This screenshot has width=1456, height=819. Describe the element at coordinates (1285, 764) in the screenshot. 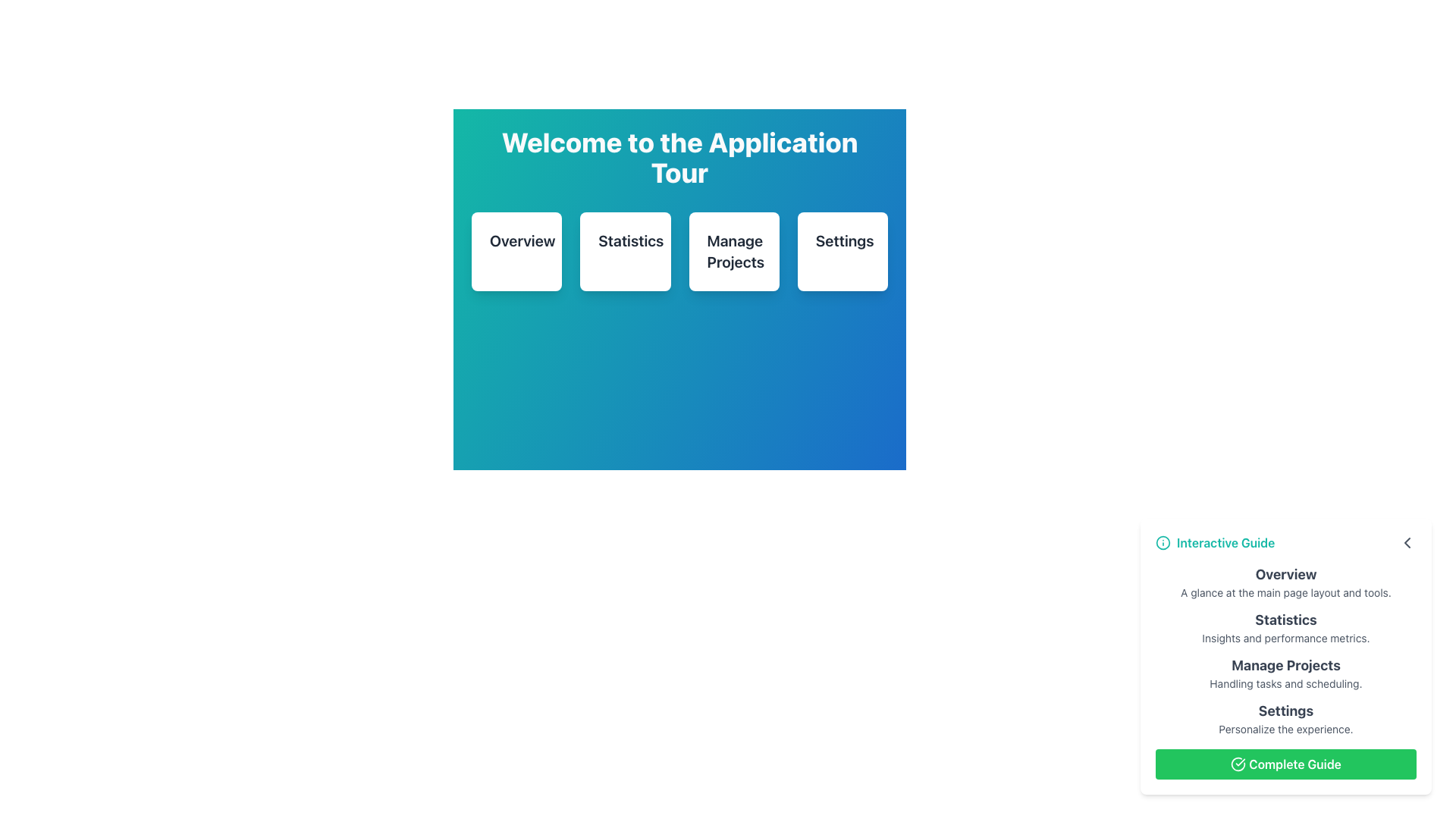

I see `the 'Complete Guide' button, which is a horizontally oriented rectangular button with a vibrant green background and white rounded corners, located at the bottom of the 'Interactive Guide' panel` at that location.